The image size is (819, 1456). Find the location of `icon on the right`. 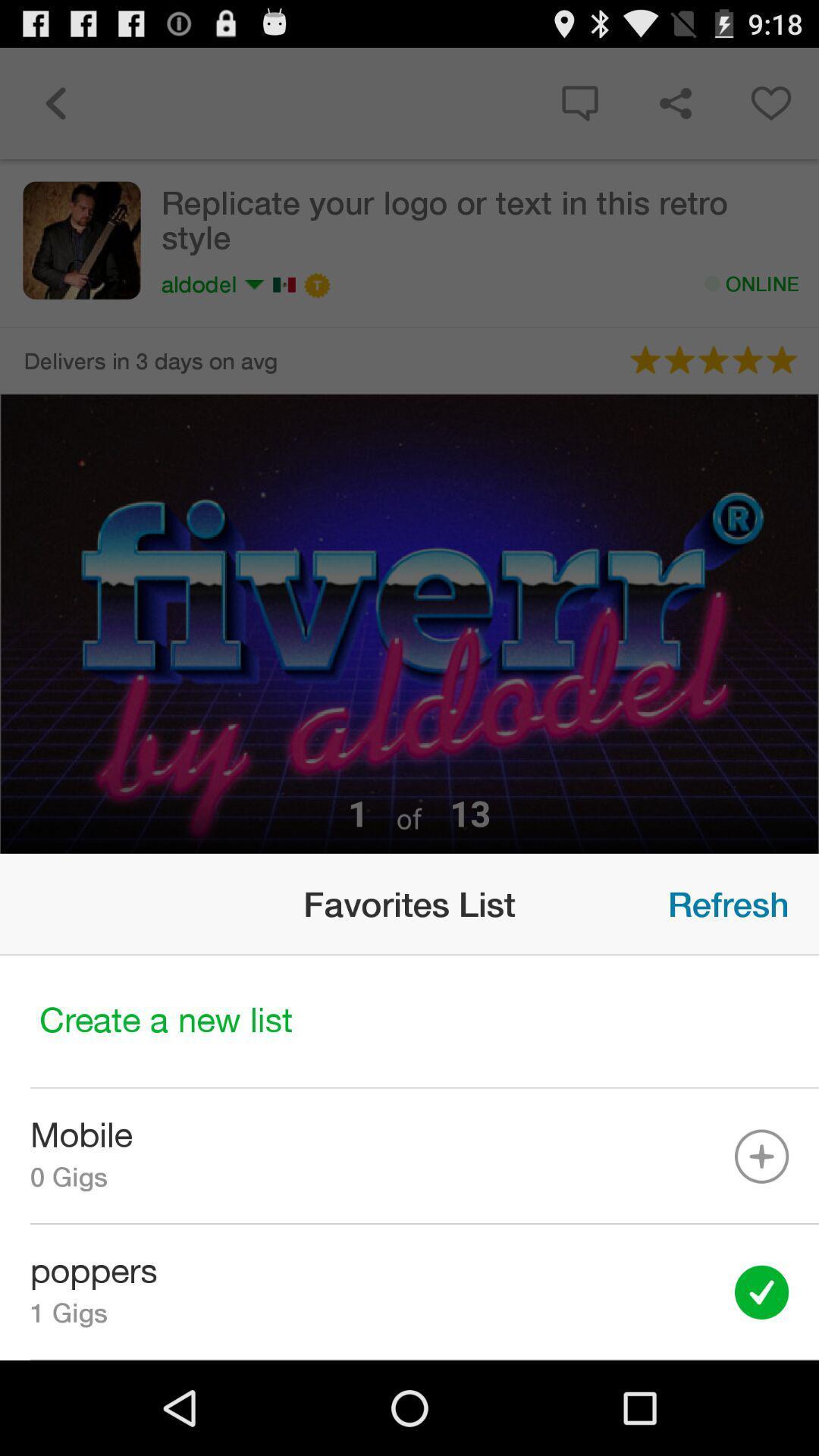

icon on the right is located at coordinates (727, 904).